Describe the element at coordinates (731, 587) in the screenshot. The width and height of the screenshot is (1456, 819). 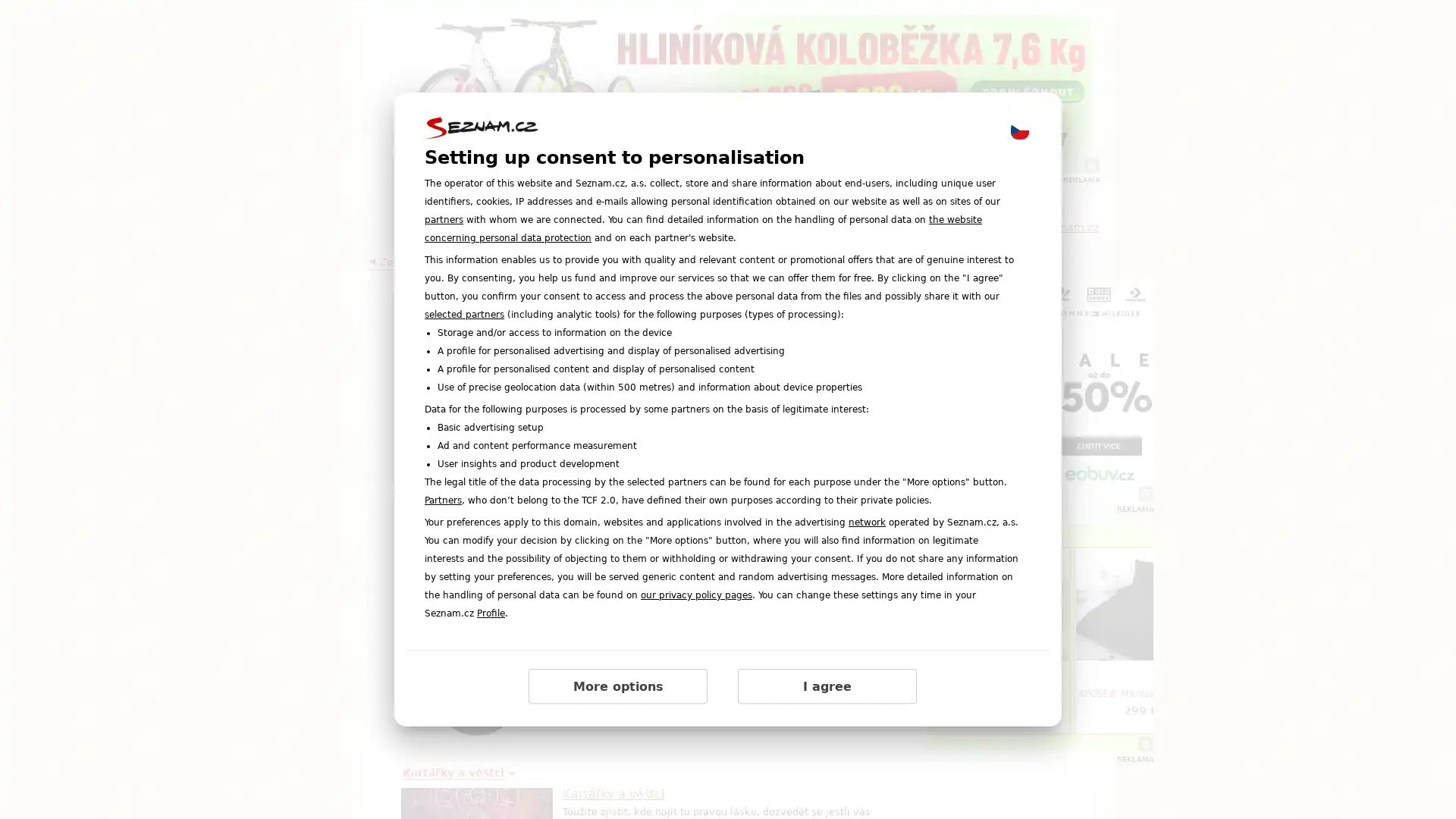
I see `Zobrazit znameni` at that location.